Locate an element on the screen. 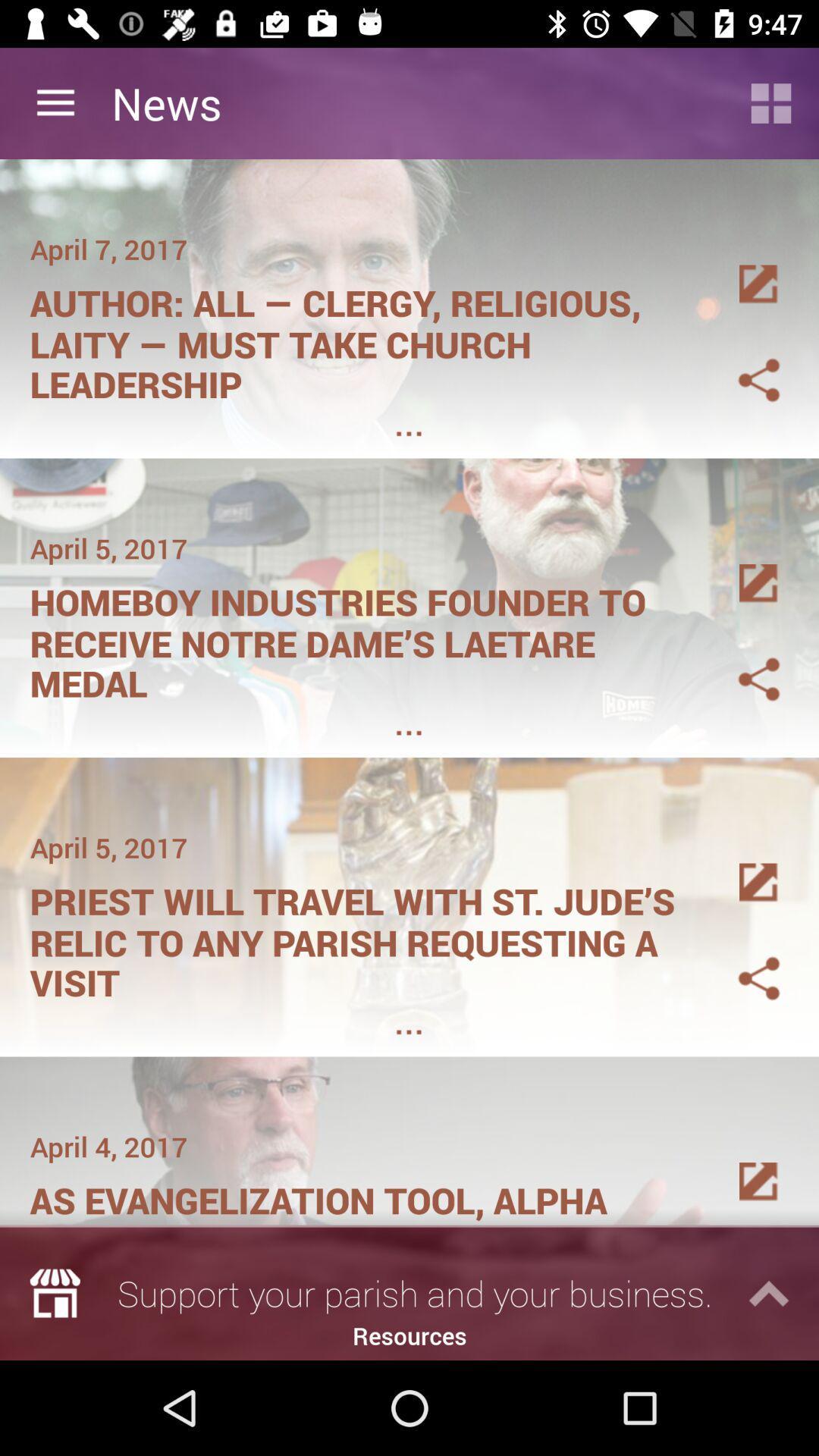 This screenshot has height=1456, width=819. share this article is located at coordinates (740, 959).